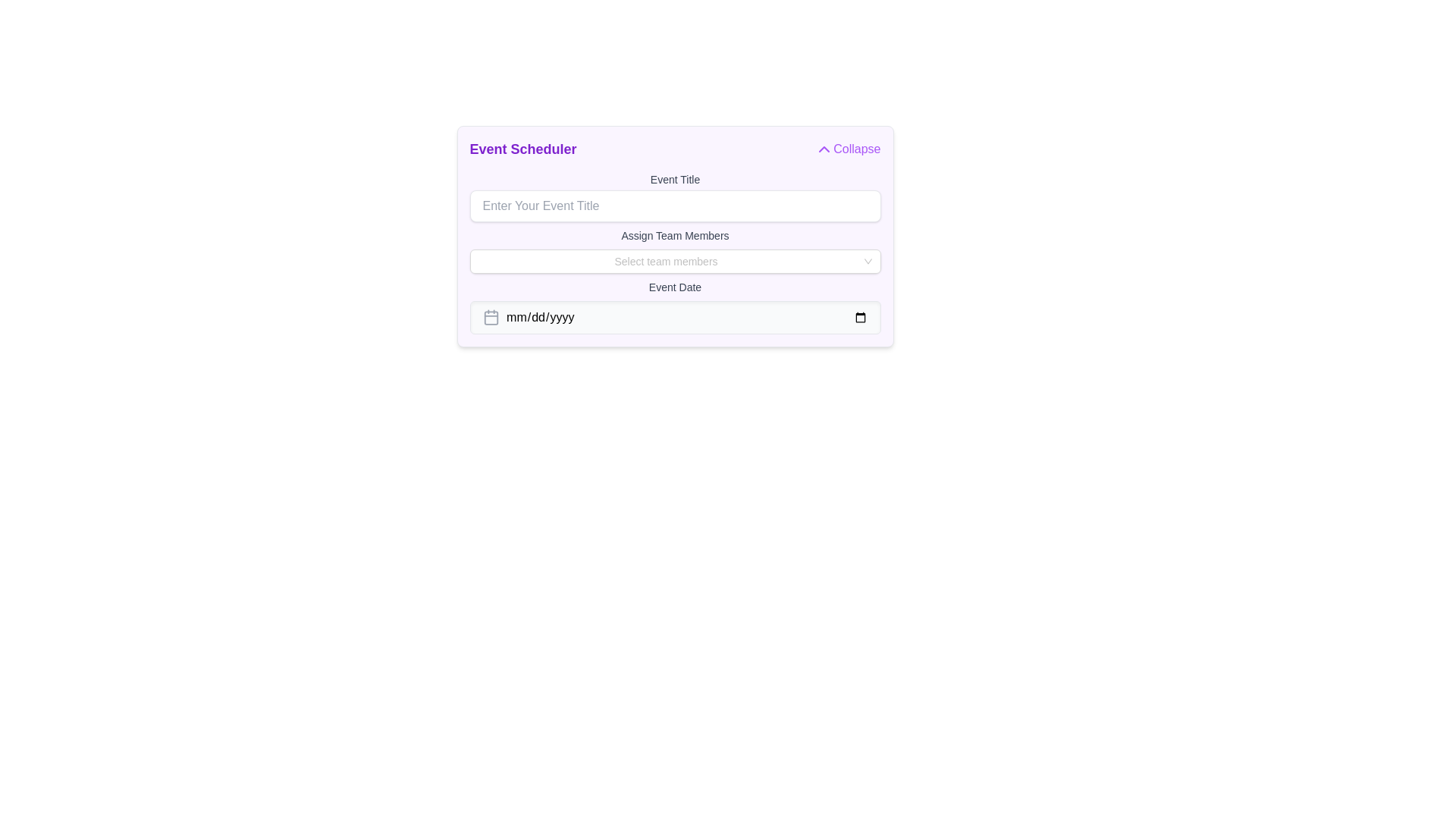 The image size is (1456, 819). I want to click on the calendar icon located within the 'Event Date' section, so click(491, 317).